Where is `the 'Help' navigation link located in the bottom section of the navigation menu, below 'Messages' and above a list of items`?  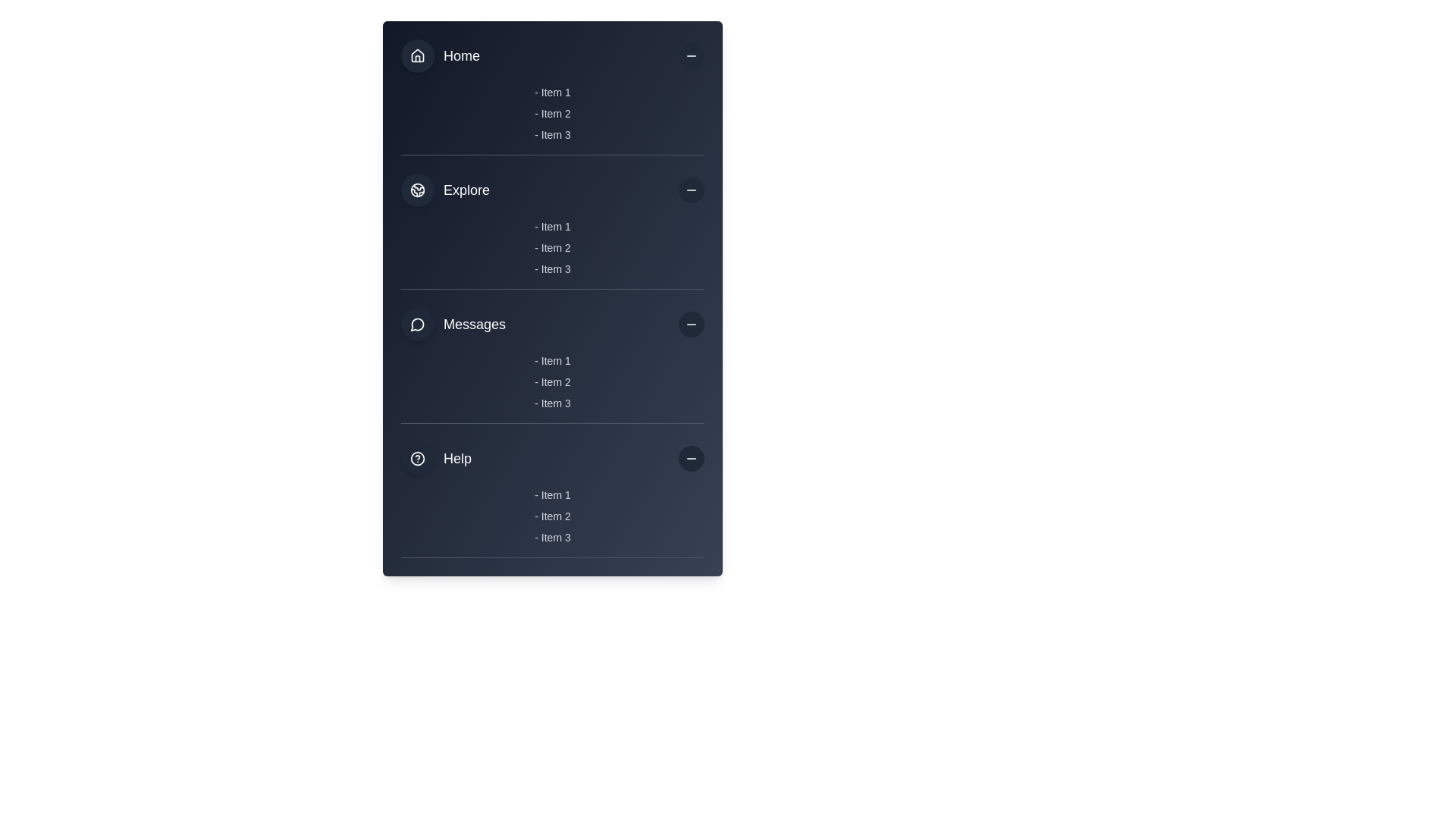 the 'Help' navigation link located in the bottom section of the navigation menu, below 'Messages' and above a list of items is located at coordinates (435, 458).